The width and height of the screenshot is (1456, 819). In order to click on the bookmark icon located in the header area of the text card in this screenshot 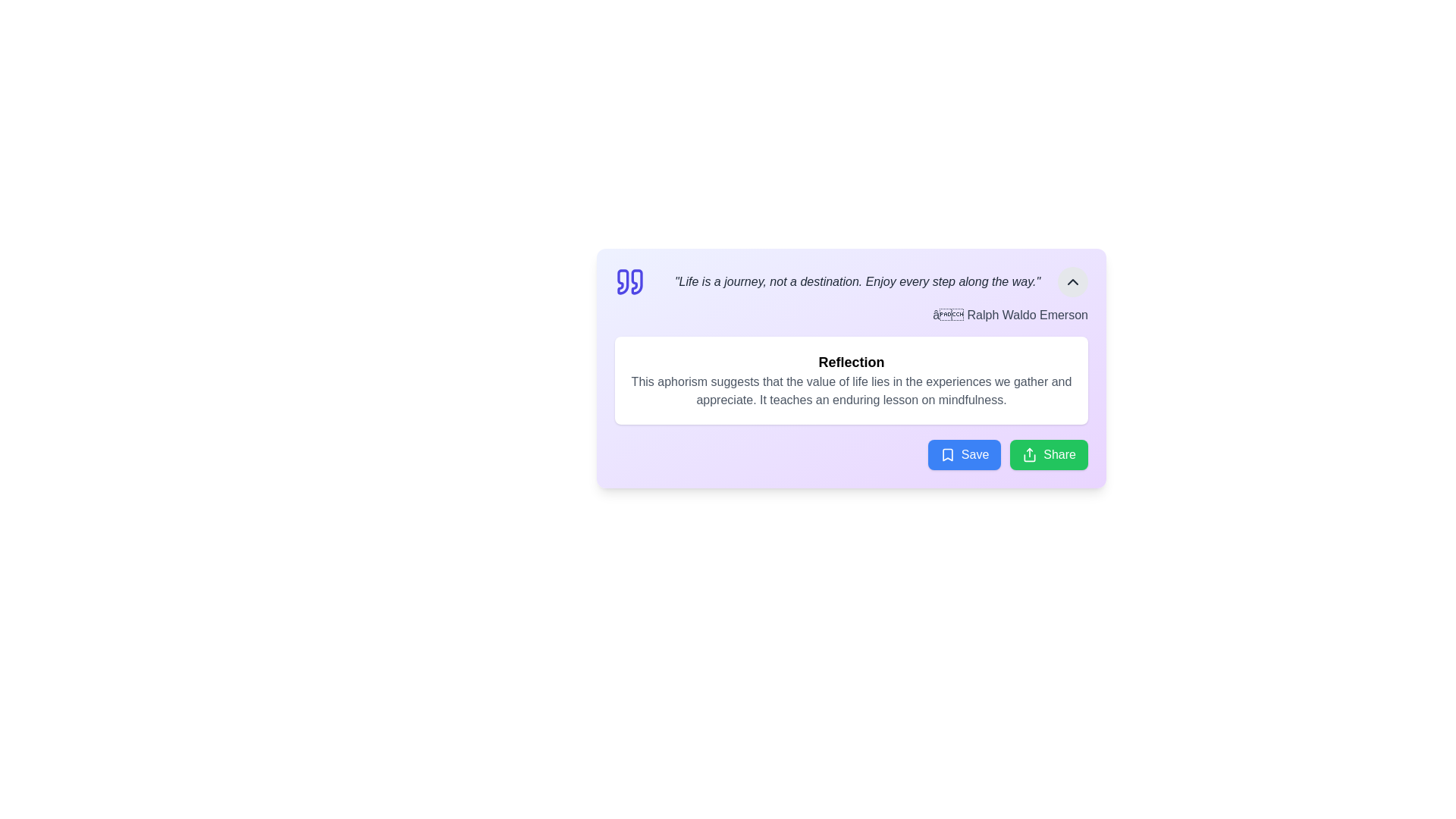, I will do `click(946, 454)`.